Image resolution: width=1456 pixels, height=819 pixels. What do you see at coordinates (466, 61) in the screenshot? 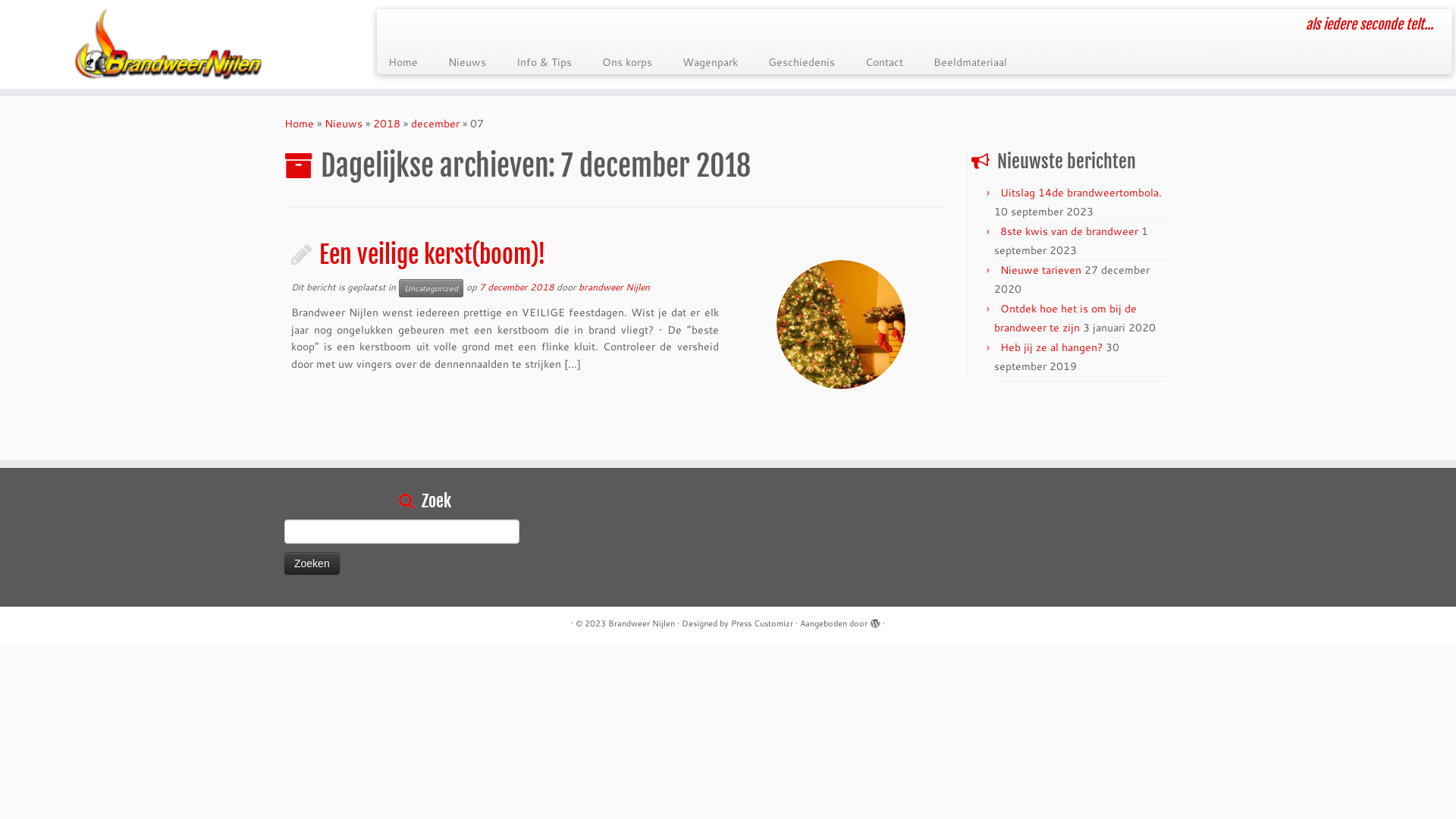
I see `'Nieuws'` at bounding box center [466, 61].